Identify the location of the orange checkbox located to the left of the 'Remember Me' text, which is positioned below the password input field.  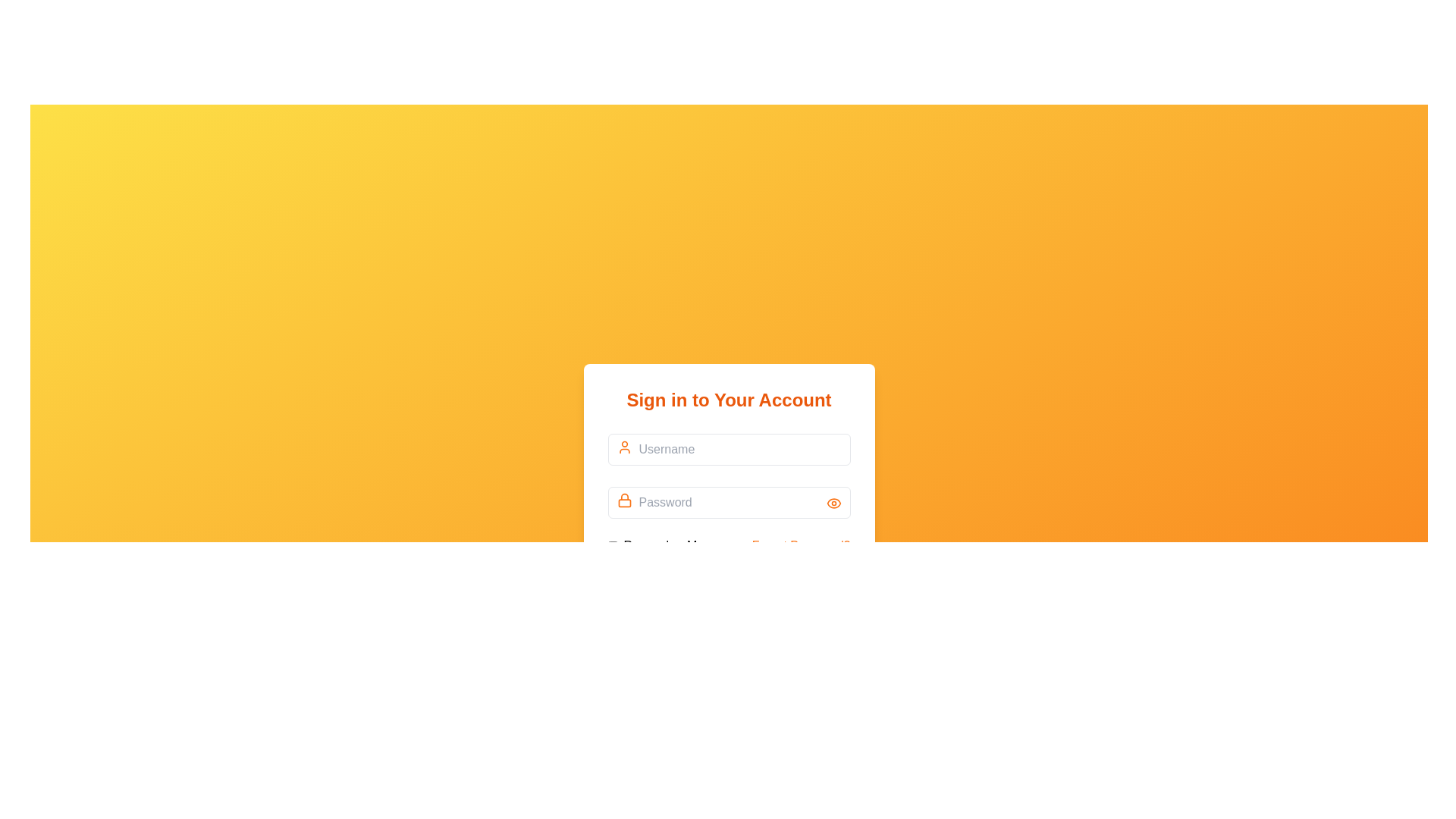
(612, 546).